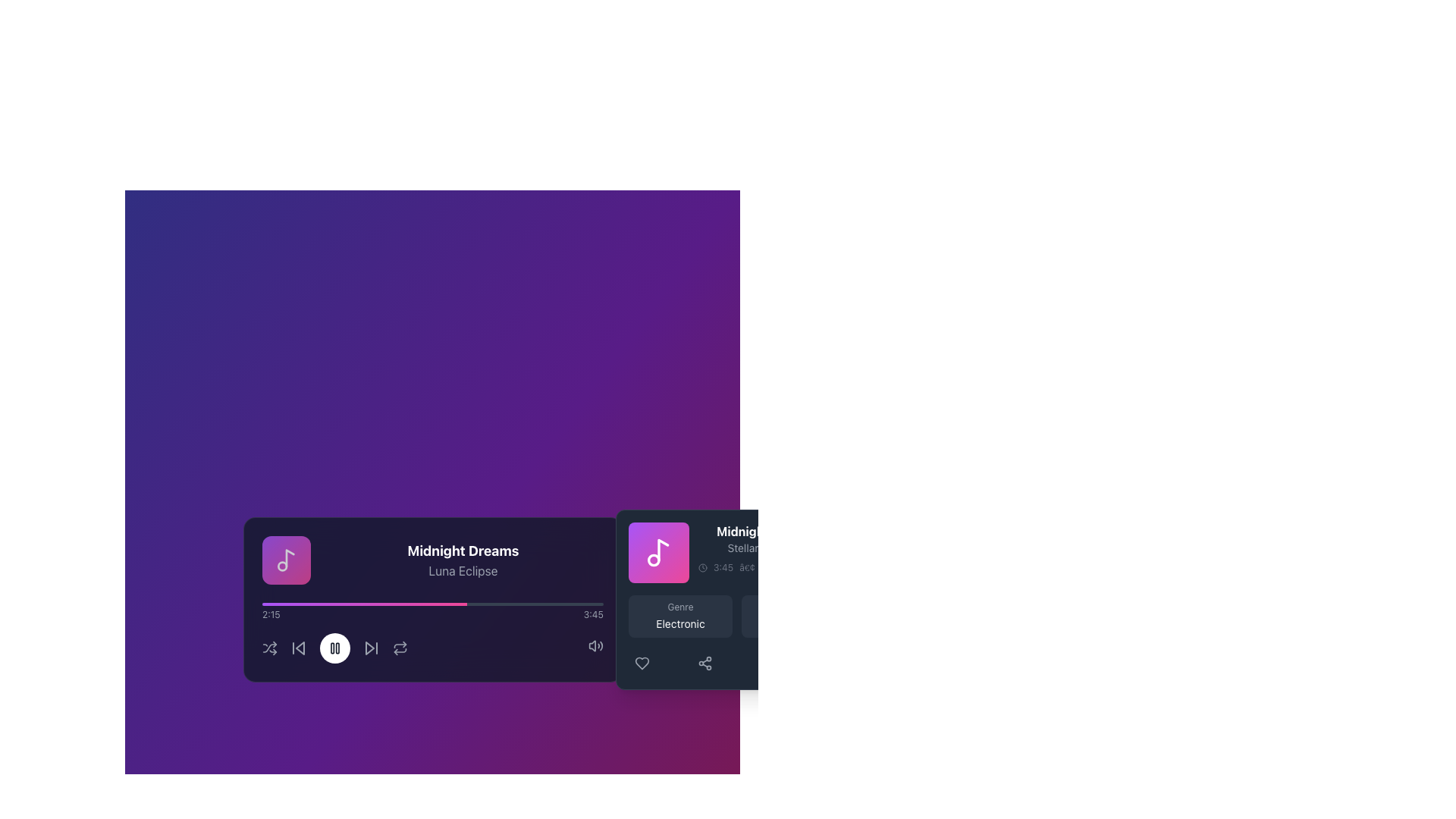 The width and height of the screenshot is (1456, 819). What do you see at coordinates (431, 604) in the screenshot?
I see `the progress of the horizontal progress bar, which has a light gray background and a vibrant gradient filling from purple to pink, situated above the playback controls in the music player interface` at bounding box center [431, 604].